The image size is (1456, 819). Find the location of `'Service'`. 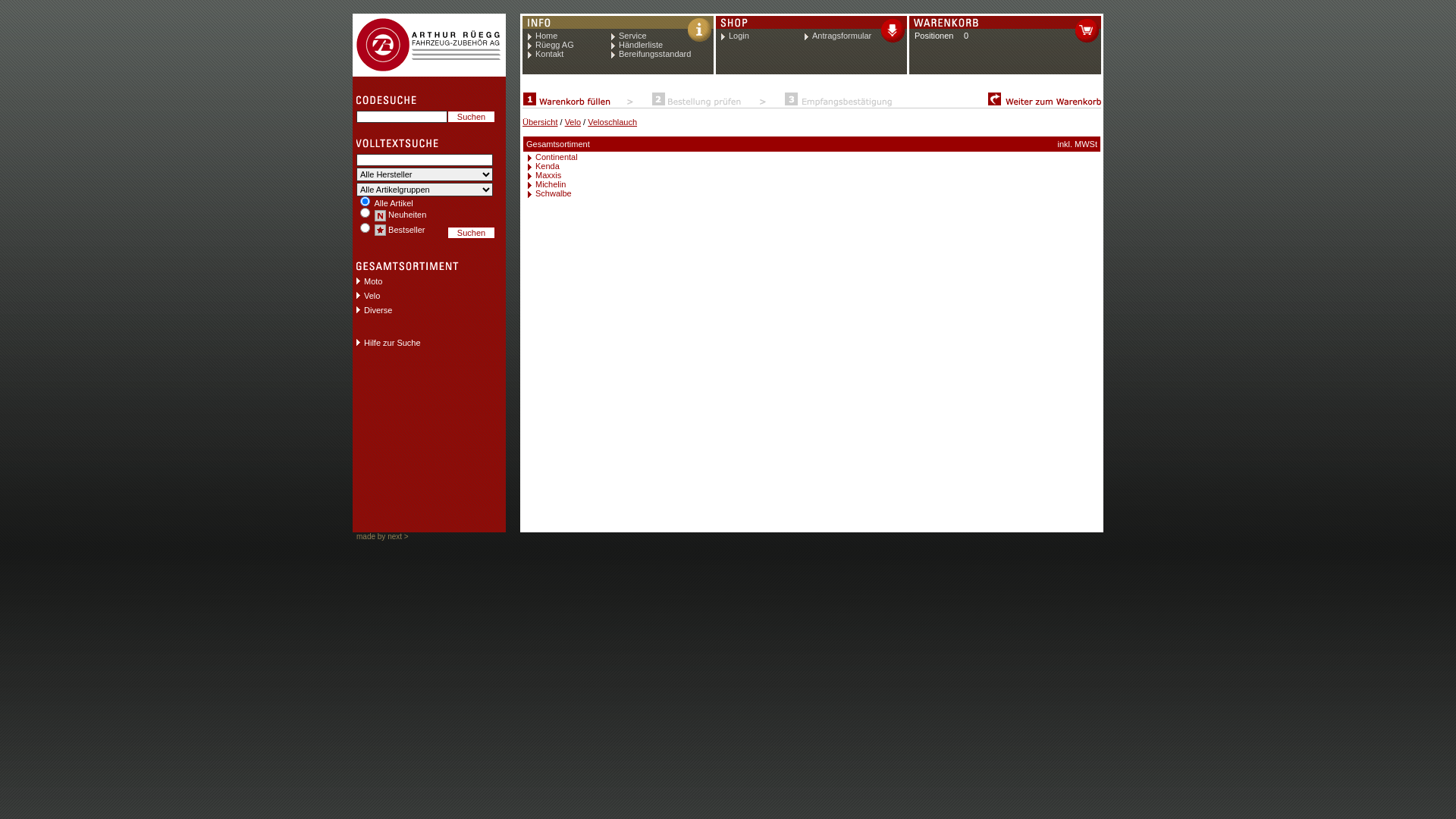

'Service' is located at coordinates (662, 34).